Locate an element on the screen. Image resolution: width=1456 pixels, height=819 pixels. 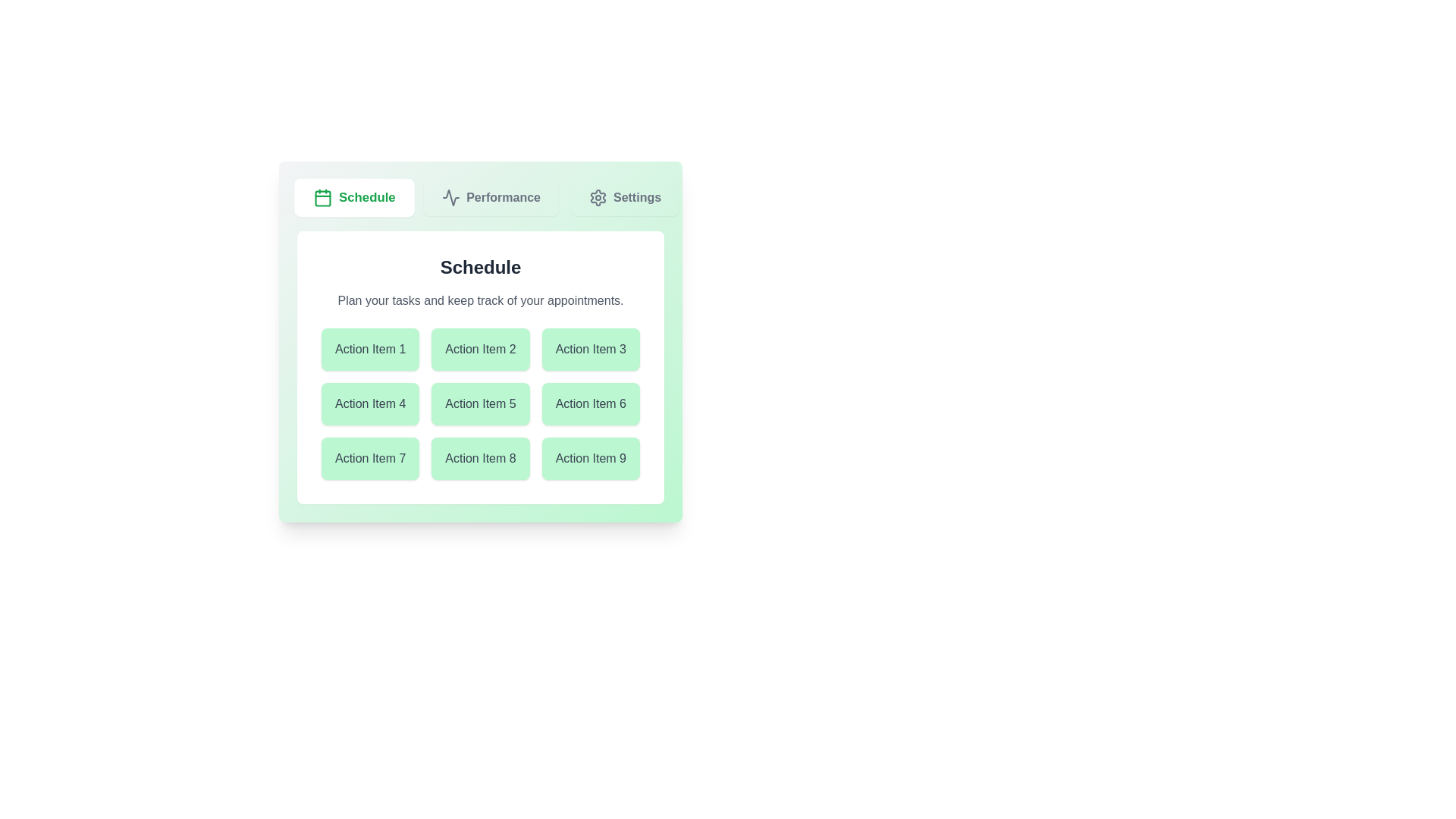
the Schedule tab is located at coordinates (353, 197).